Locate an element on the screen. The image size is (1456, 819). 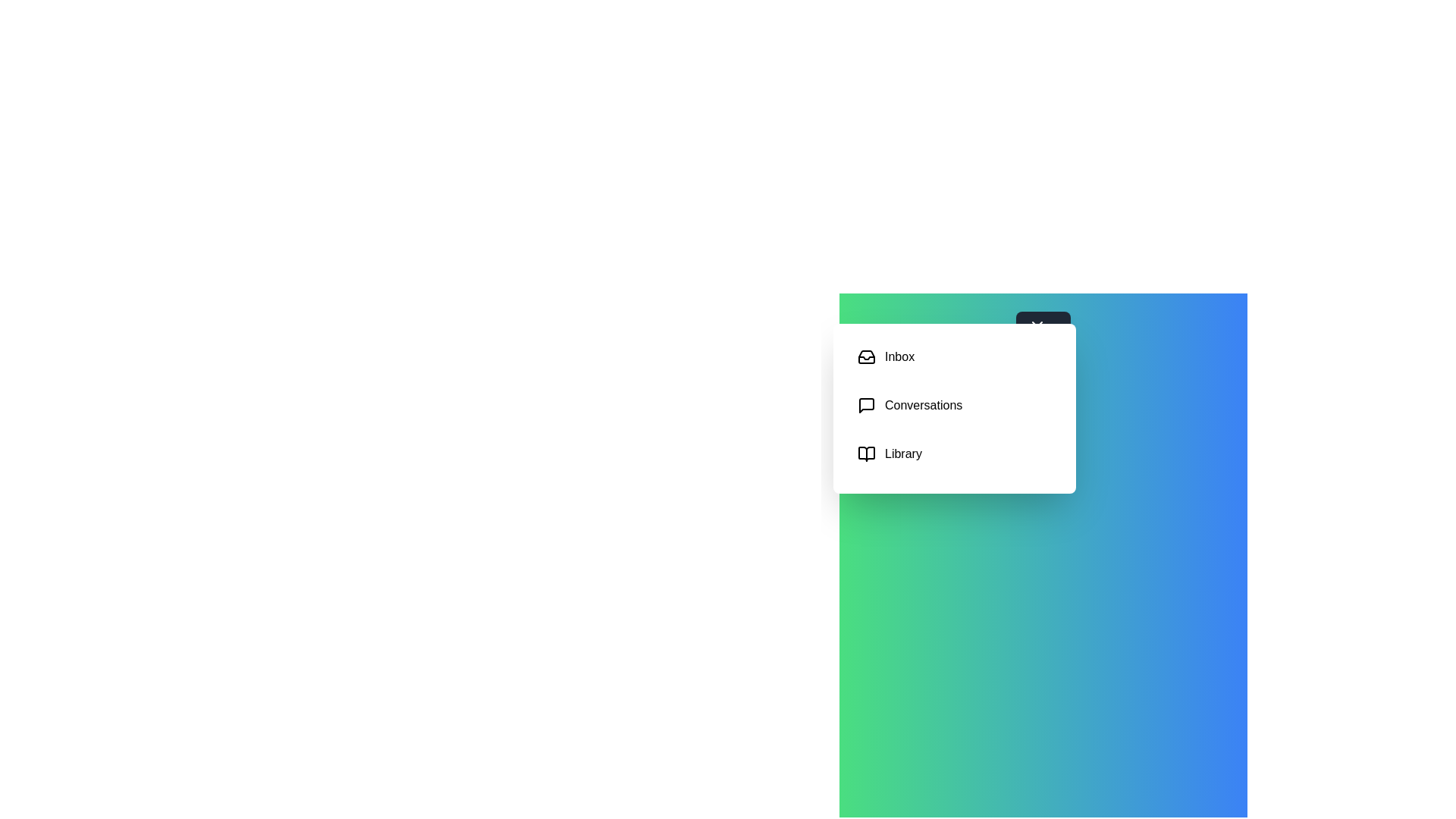
the category Library to select it is located at coordinates (953, 453).